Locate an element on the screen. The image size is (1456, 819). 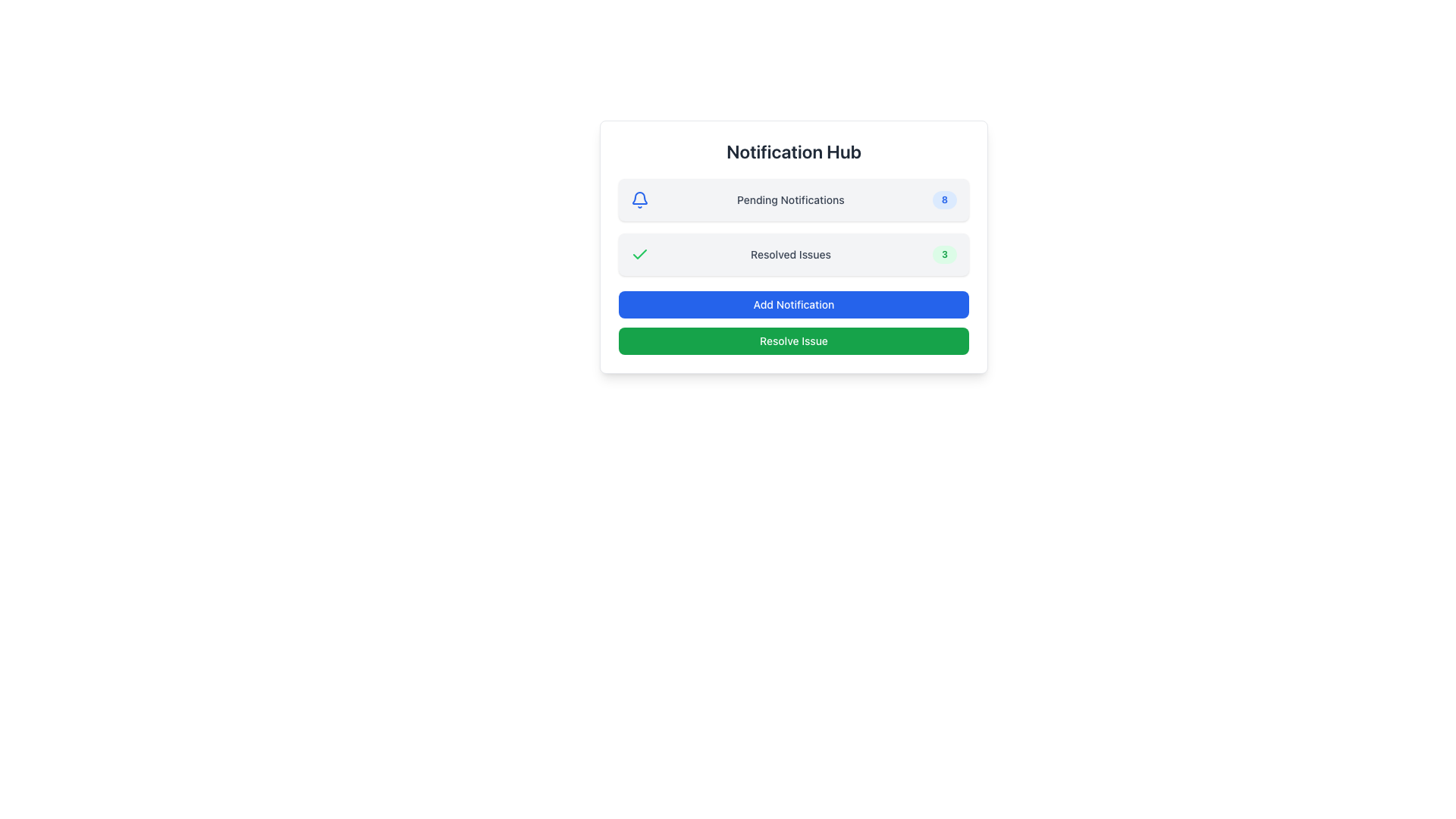
the green checkmark icon within the 'Resolved Issues 3' button area, which indicates resolved issues is located at coordinates (640, 253).